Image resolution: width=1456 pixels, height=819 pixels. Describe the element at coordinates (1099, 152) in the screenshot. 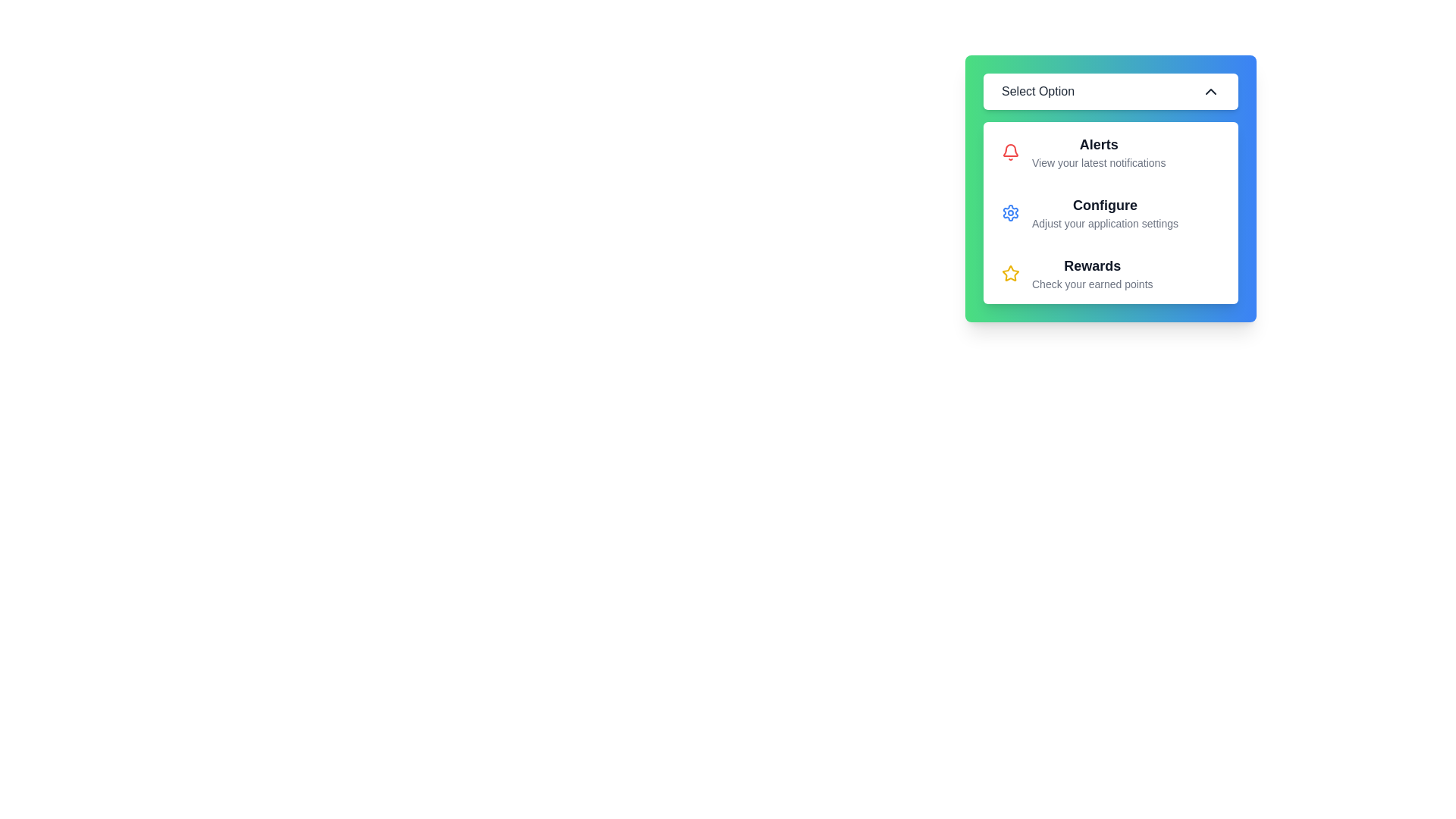

I see `the 'Alerts' text label in the dropdown menu` at that location.